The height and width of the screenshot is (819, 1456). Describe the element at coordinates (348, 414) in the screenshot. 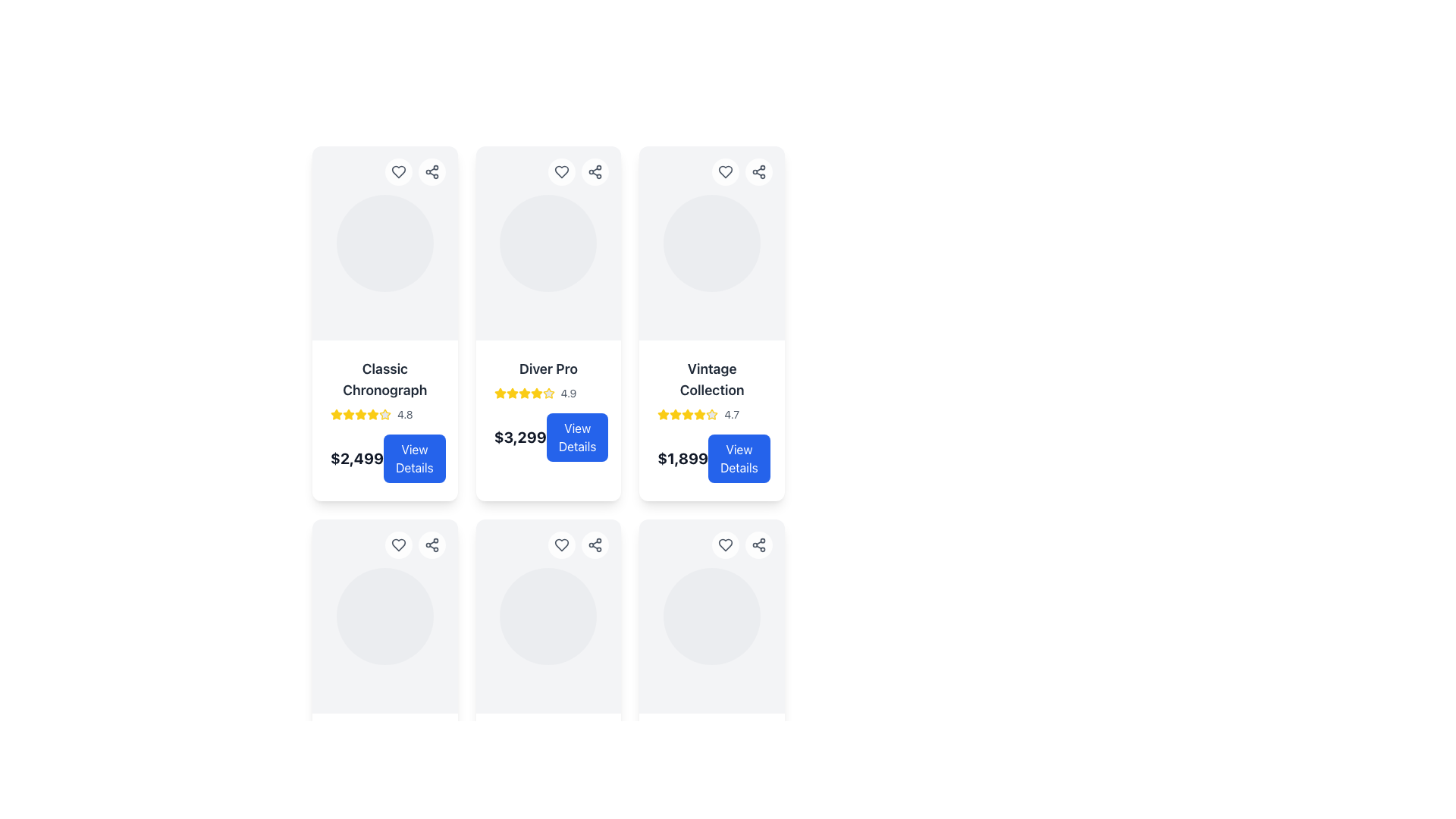

I see `the star icon with a yellow fill in the rating section of the first product card under the title 'Classic Chronograph'` at that location.